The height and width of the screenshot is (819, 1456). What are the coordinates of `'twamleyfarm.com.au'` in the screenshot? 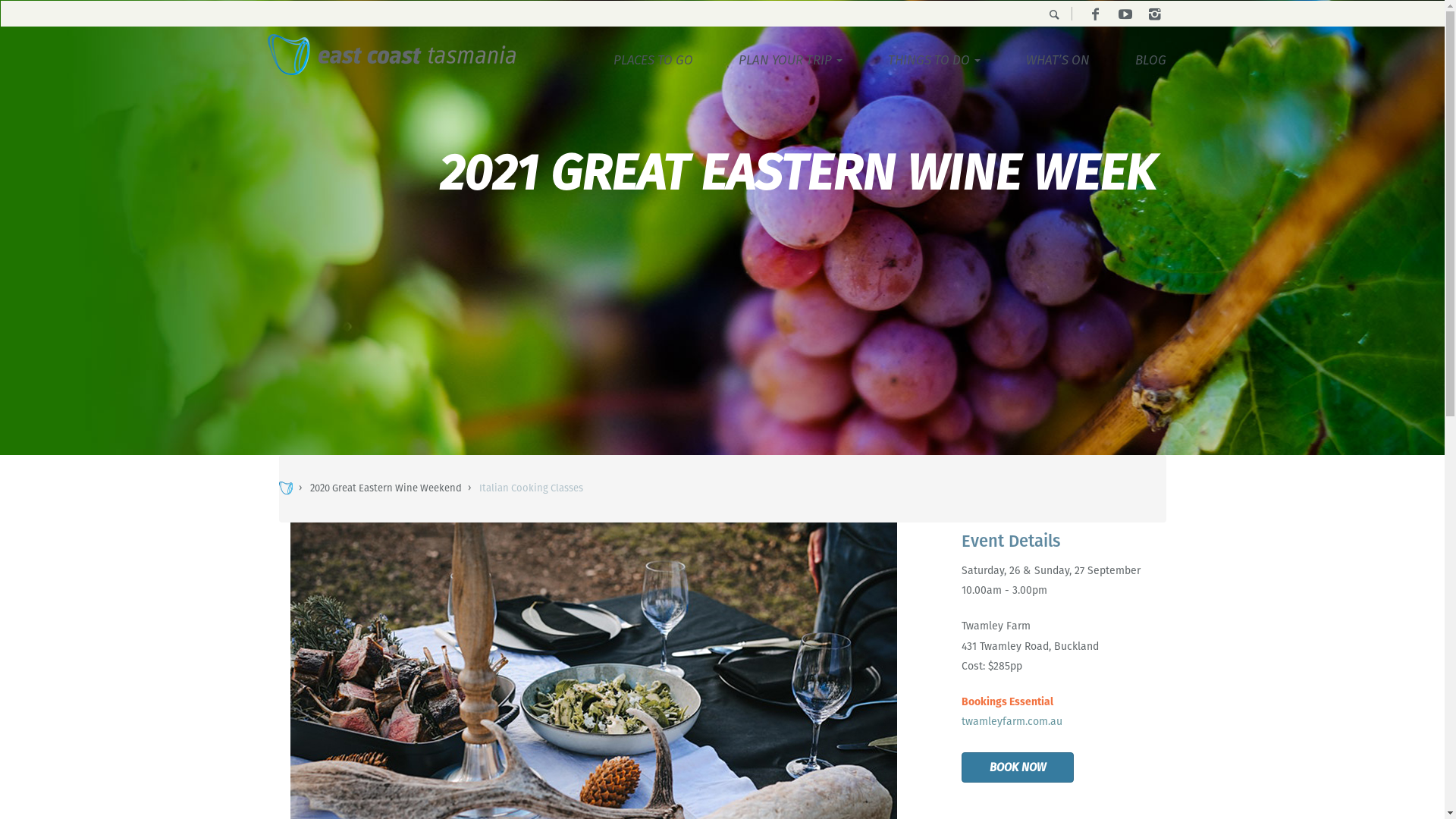 It's located at (960, 720).